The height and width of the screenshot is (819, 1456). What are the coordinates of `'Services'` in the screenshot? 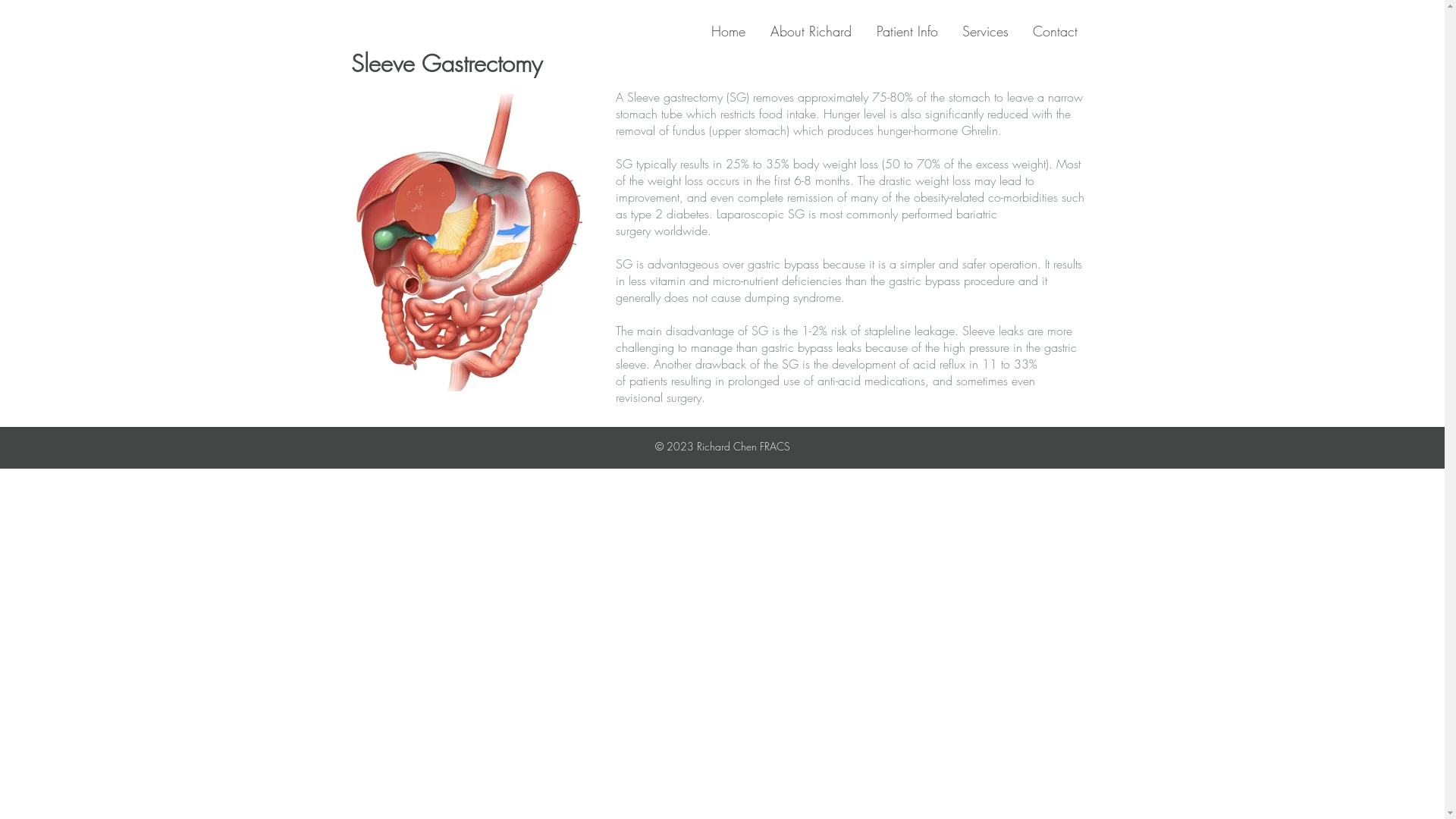 It's located at (989, 31).